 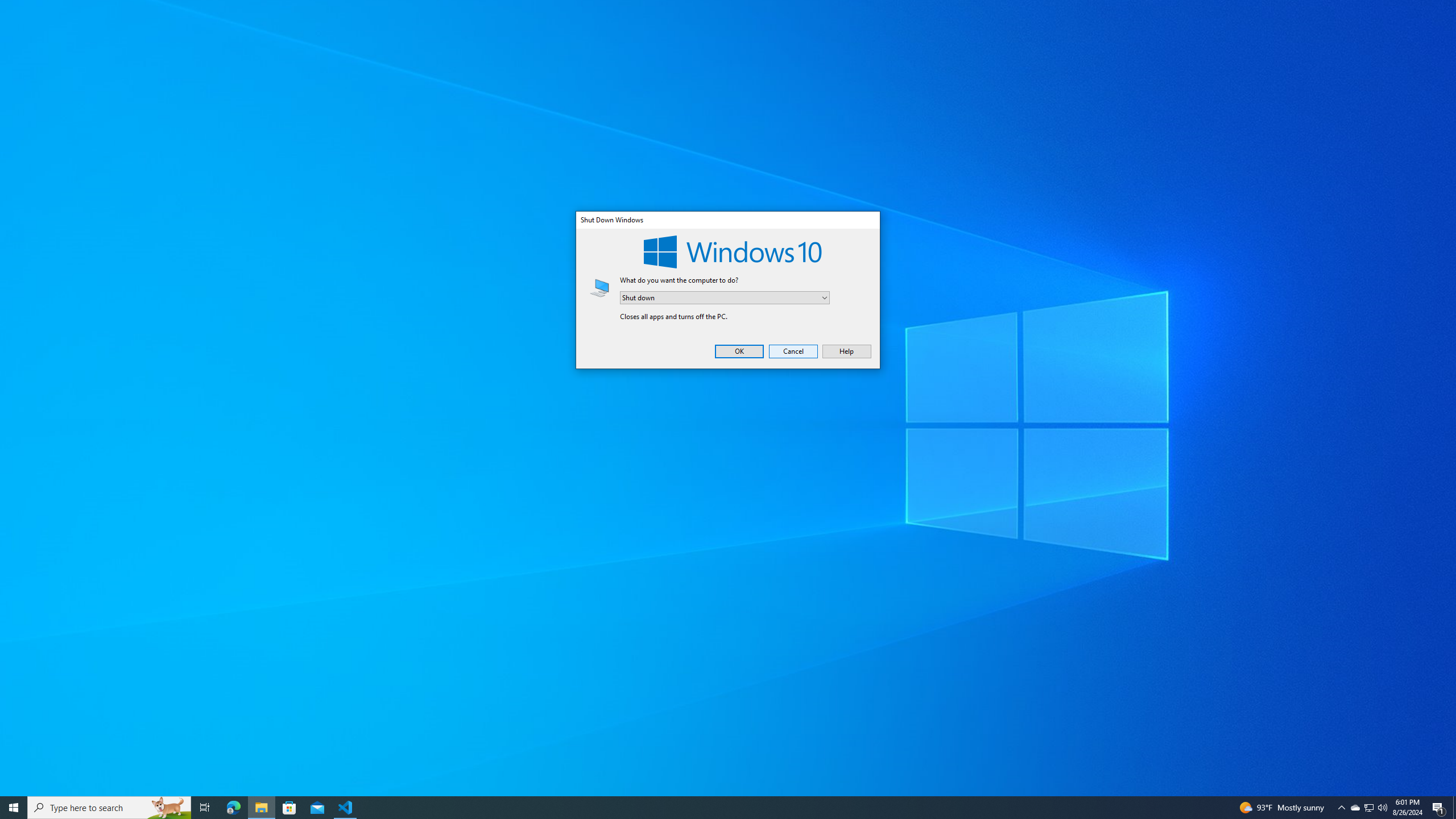 I want to click on 'Start', so click(x=14, y=806).